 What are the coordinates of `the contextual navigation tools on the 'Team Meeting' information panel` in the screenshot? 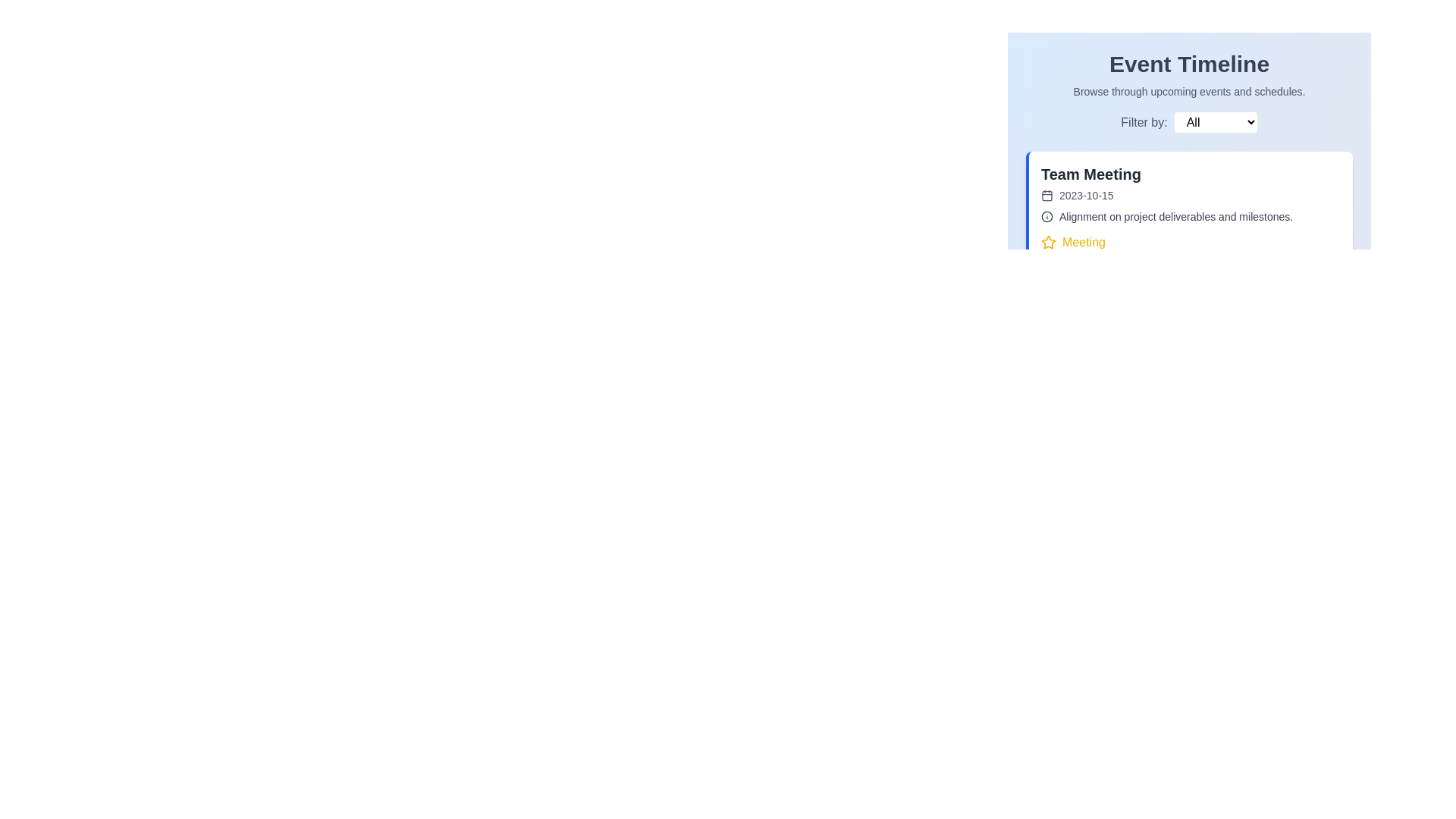 It's located at (1188, 331).